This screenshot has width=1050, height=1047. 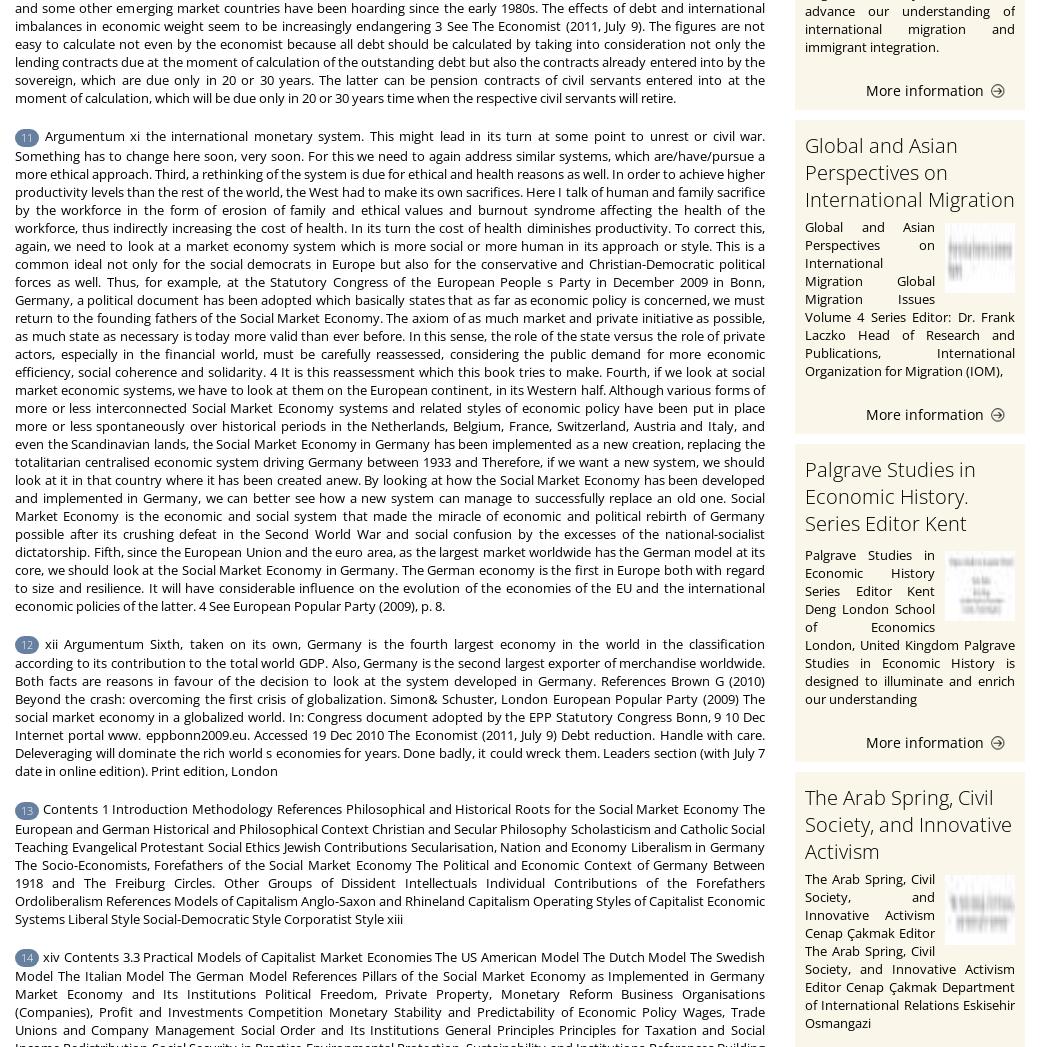 I want to click on 'The Arab Spring, Civil Society, and Innovative Activism Cenap Çakmak Editor The Arab Spring, Civil Society, and Innovative Activism Editor Cenap Çakmak Department of International Relations Eskisehir Osmangazi', so click(x=804, y=950).